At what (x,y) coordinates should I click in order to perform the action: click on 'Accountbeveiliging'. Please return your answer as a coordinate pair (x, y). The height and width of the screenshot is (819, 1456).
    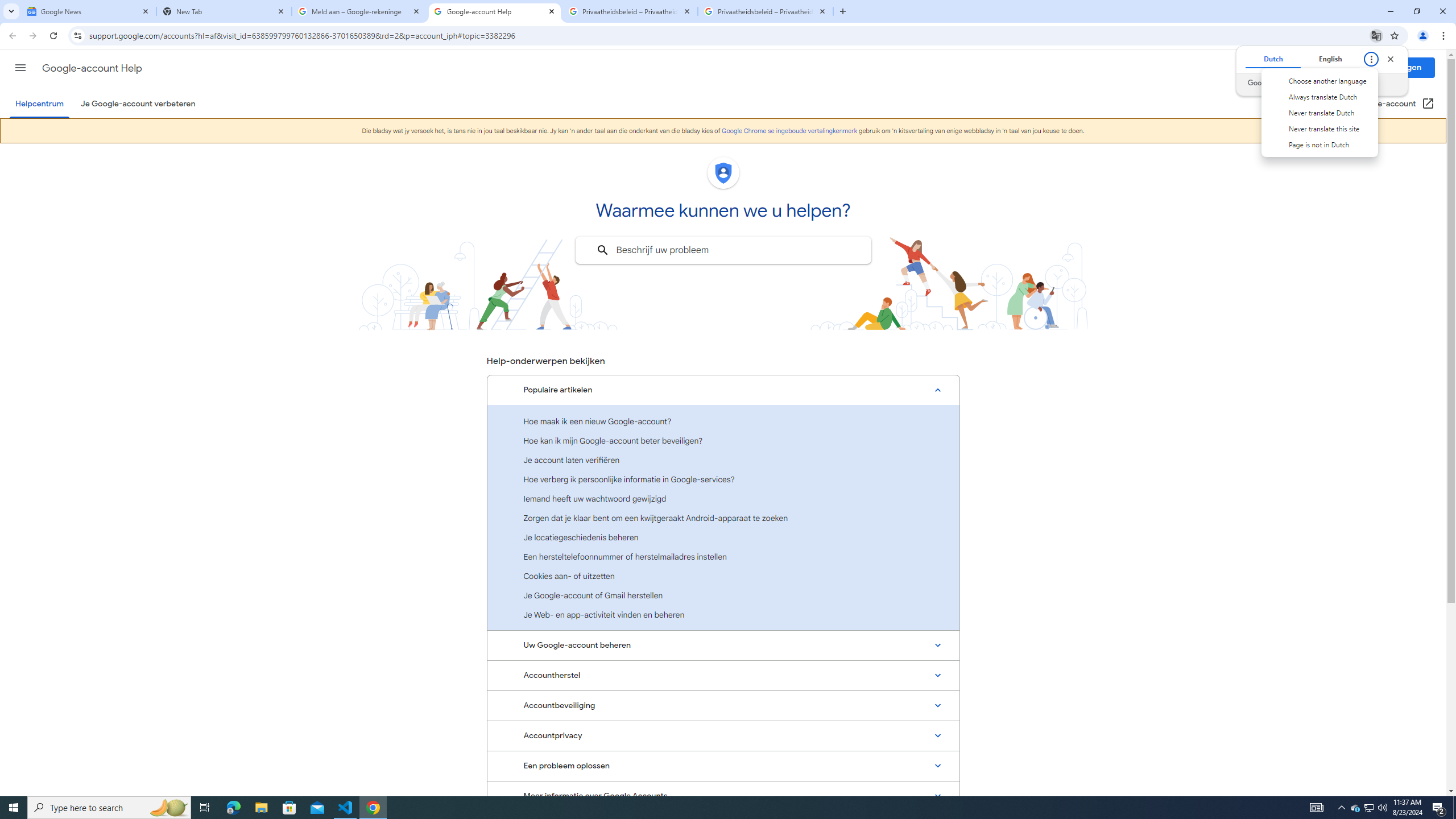
    Looking at the image, I should click on (723, 705).